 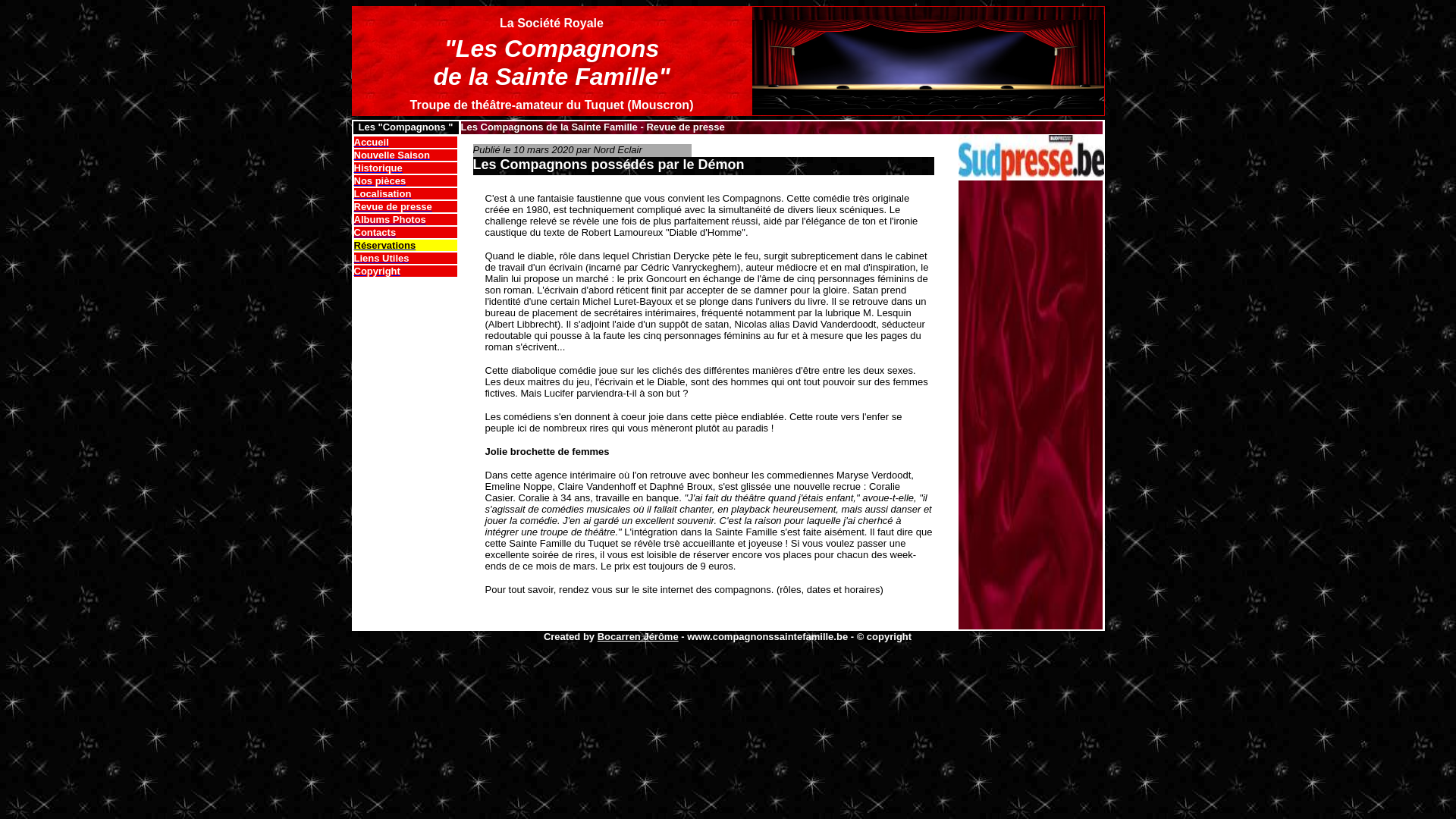 I want to click on 'Accueil', so click(x=371, y=141).